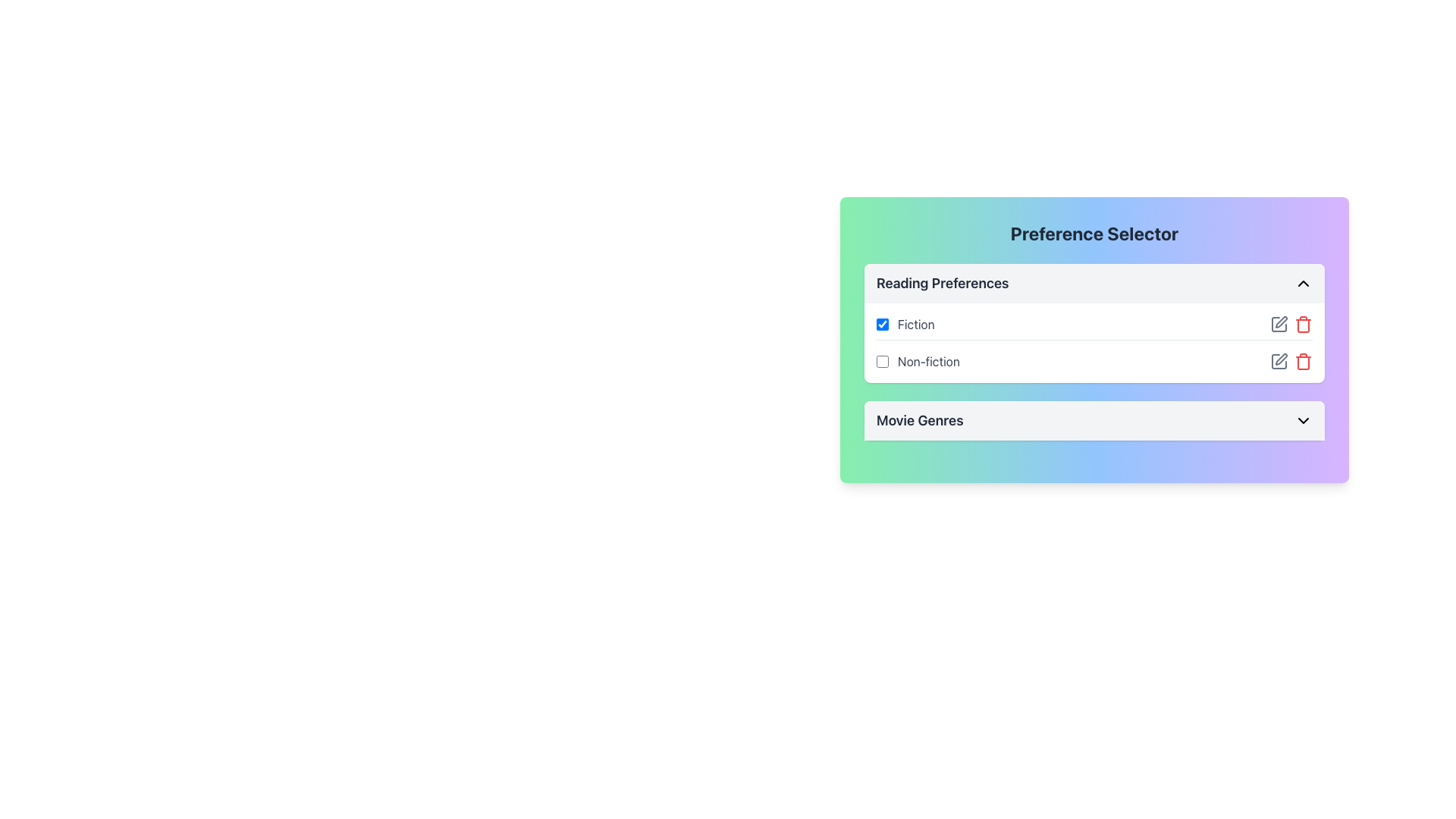  Describe the element at coordinates (882, 324) in the screenshot. I see `the 'Fiction' checkbox in the 'Reading Preferences' section` at that location.